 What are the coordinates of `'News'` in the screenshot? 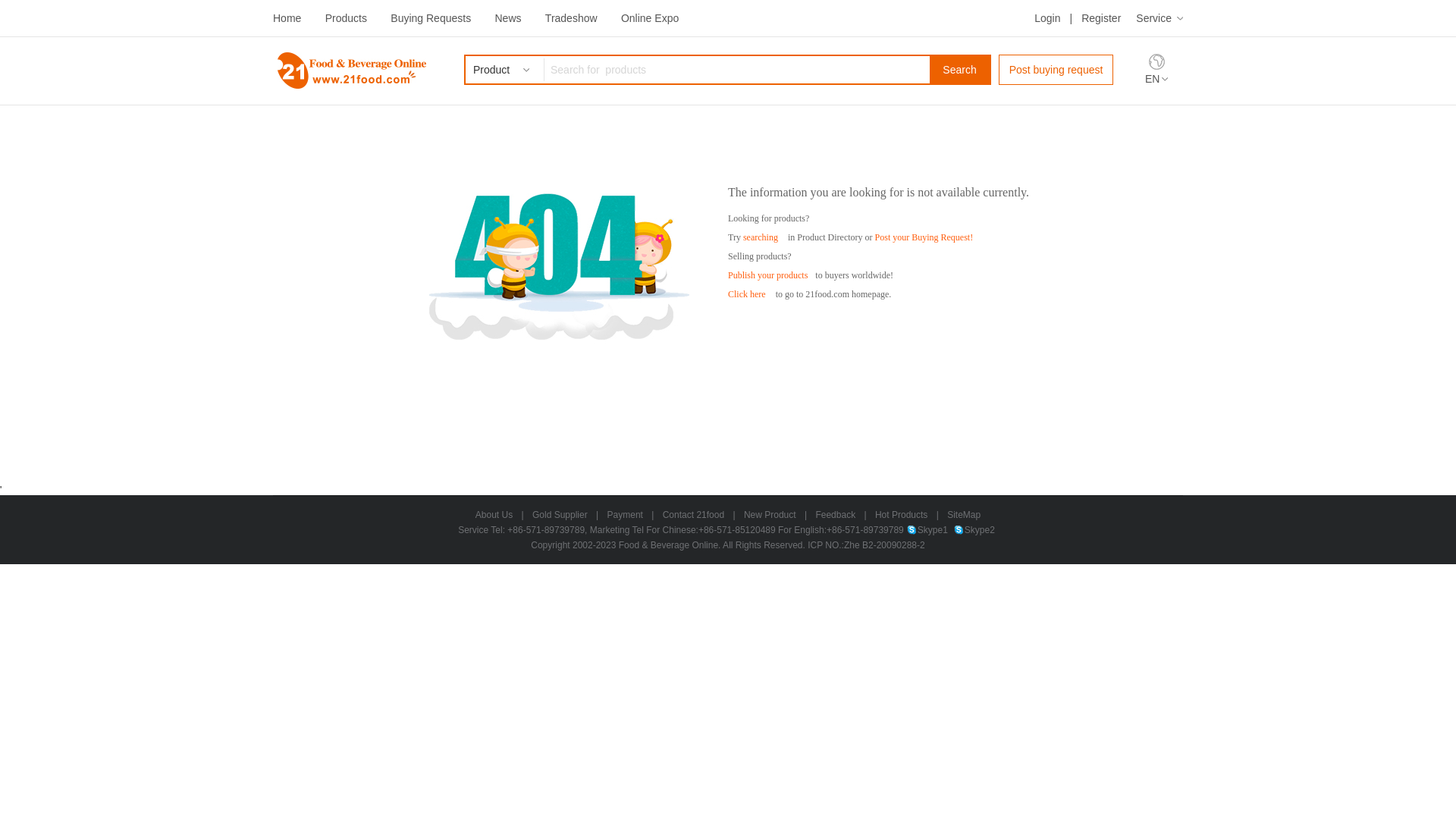 It's located at (494, 17).